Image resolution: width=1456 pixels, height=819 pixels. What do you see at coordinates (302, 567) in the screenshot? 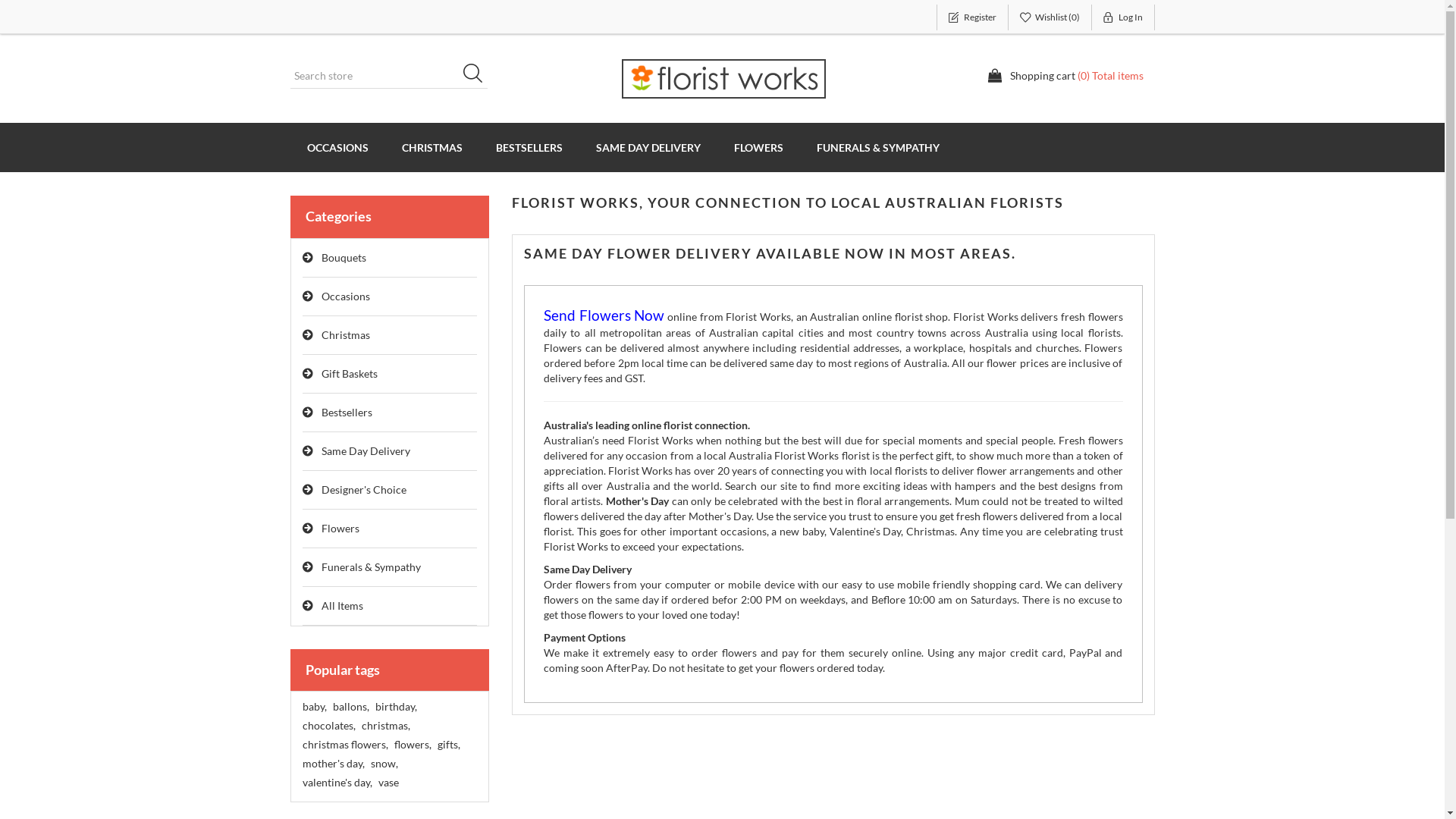
I see `'Funerals & Sympathy'` at bounding box center [302, 567].